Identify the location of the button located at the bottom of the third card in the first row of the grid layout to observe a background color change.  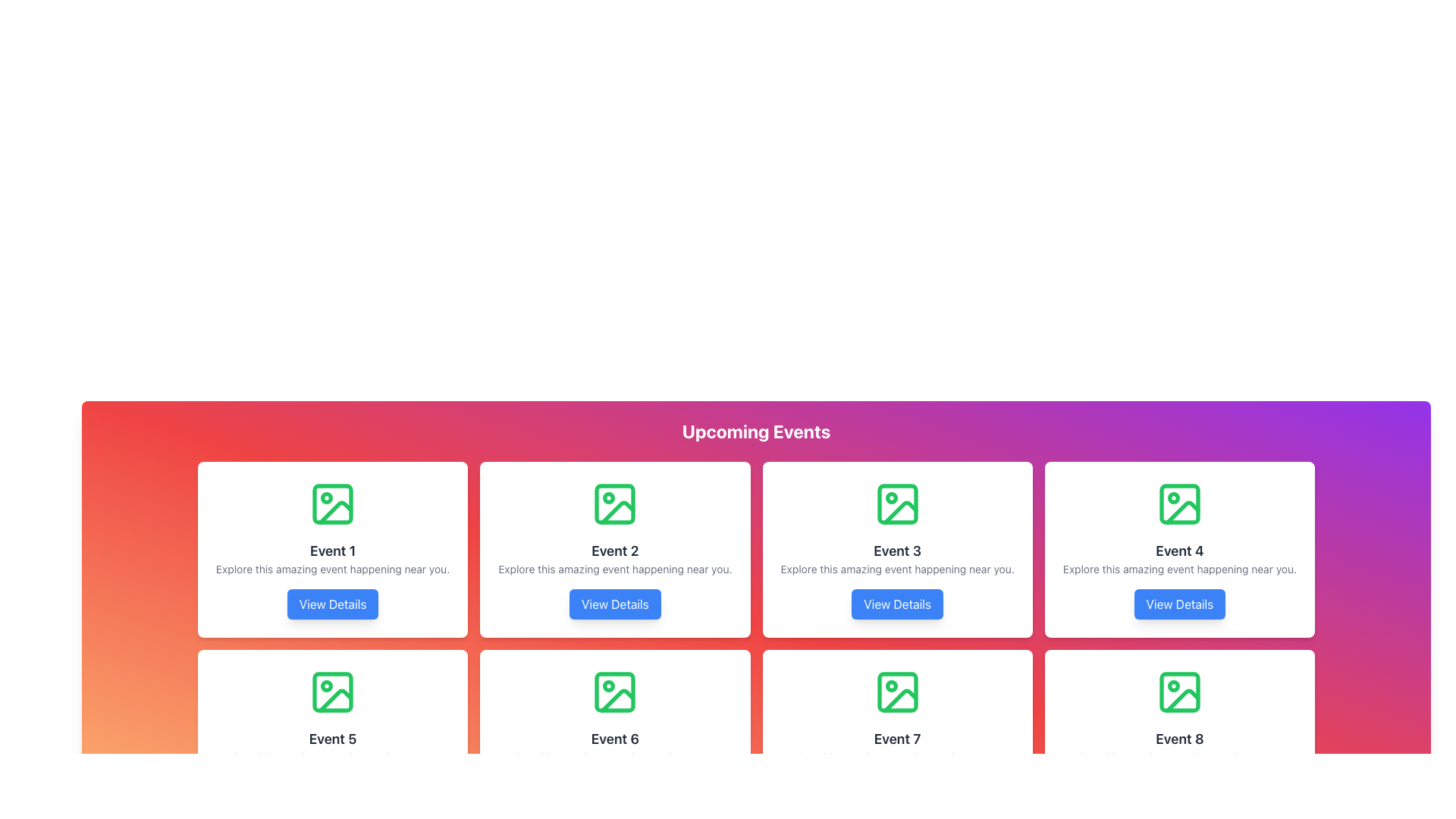
(897, 604).